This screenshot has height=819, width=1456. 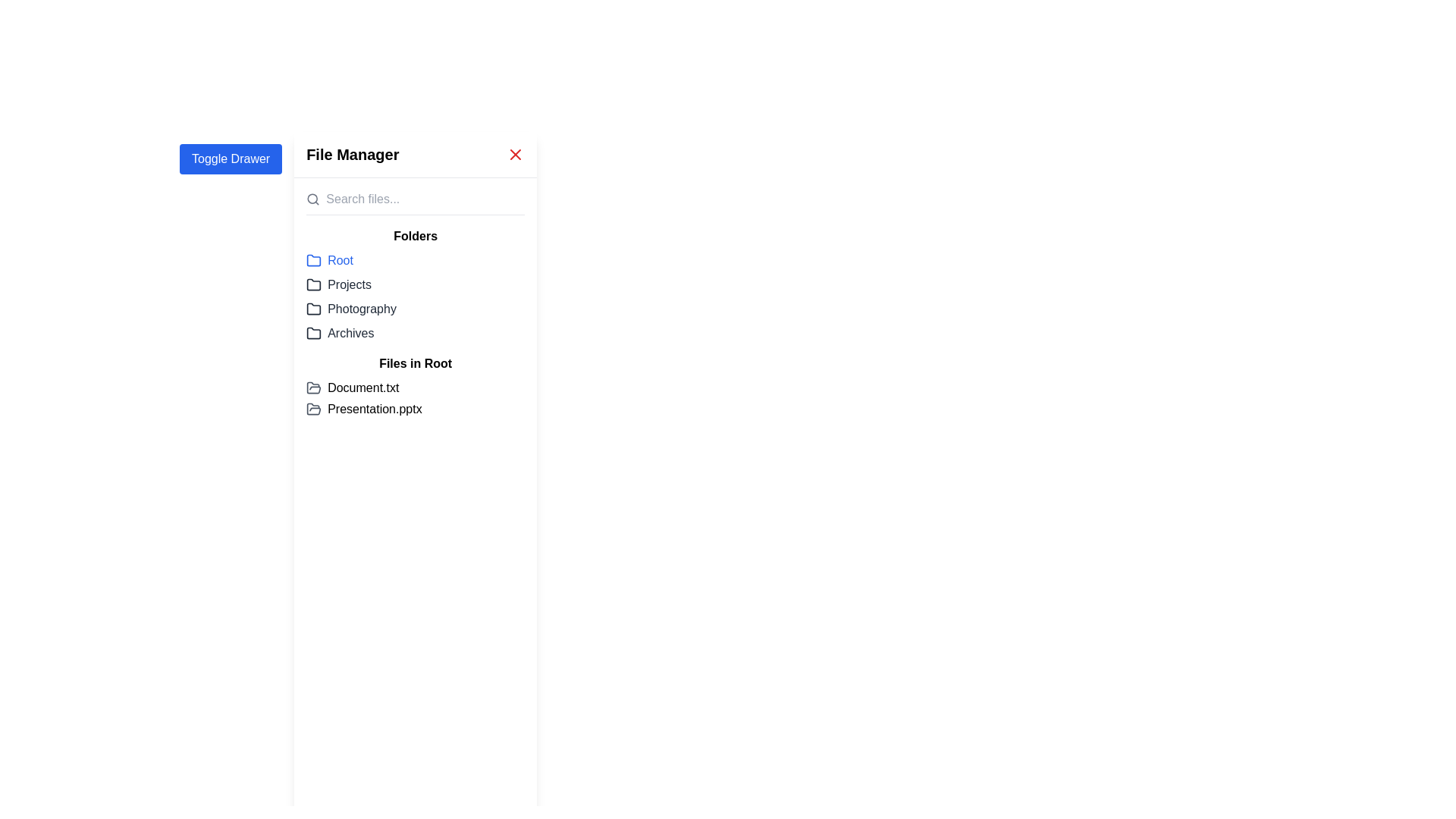 What do you see at coordinates (361, 309) in the screenshot?
I see `the 'Photography' text label associated with the interactive folder` at bounding box center [361, 309].